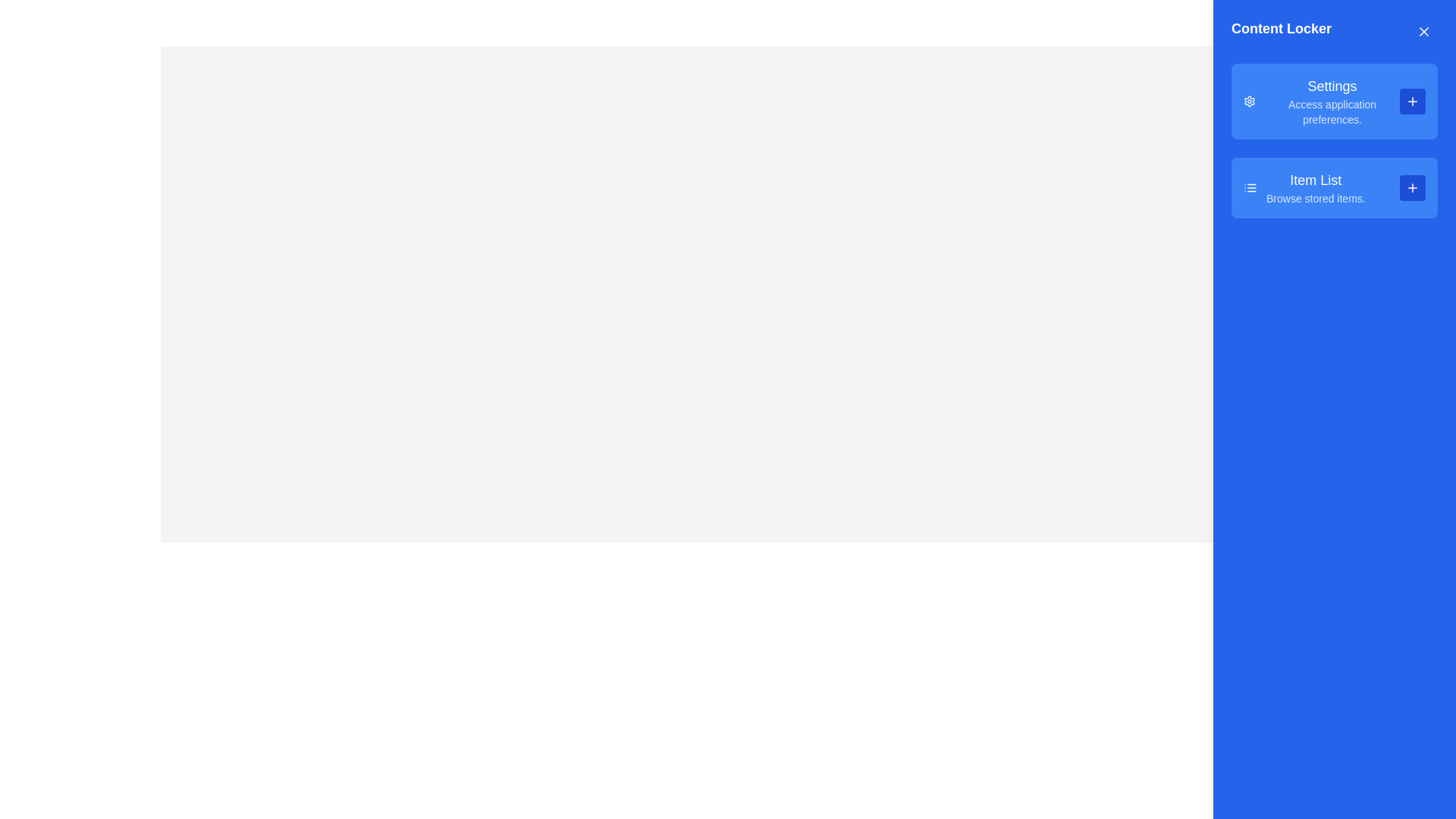 This screenshot has width=1456, height=819. Describe the element at coordinates (1320, 102) in the screenshot. I see `the text block labeled 'Settings' which is bolded and larger, indicating application preferences` at that location.